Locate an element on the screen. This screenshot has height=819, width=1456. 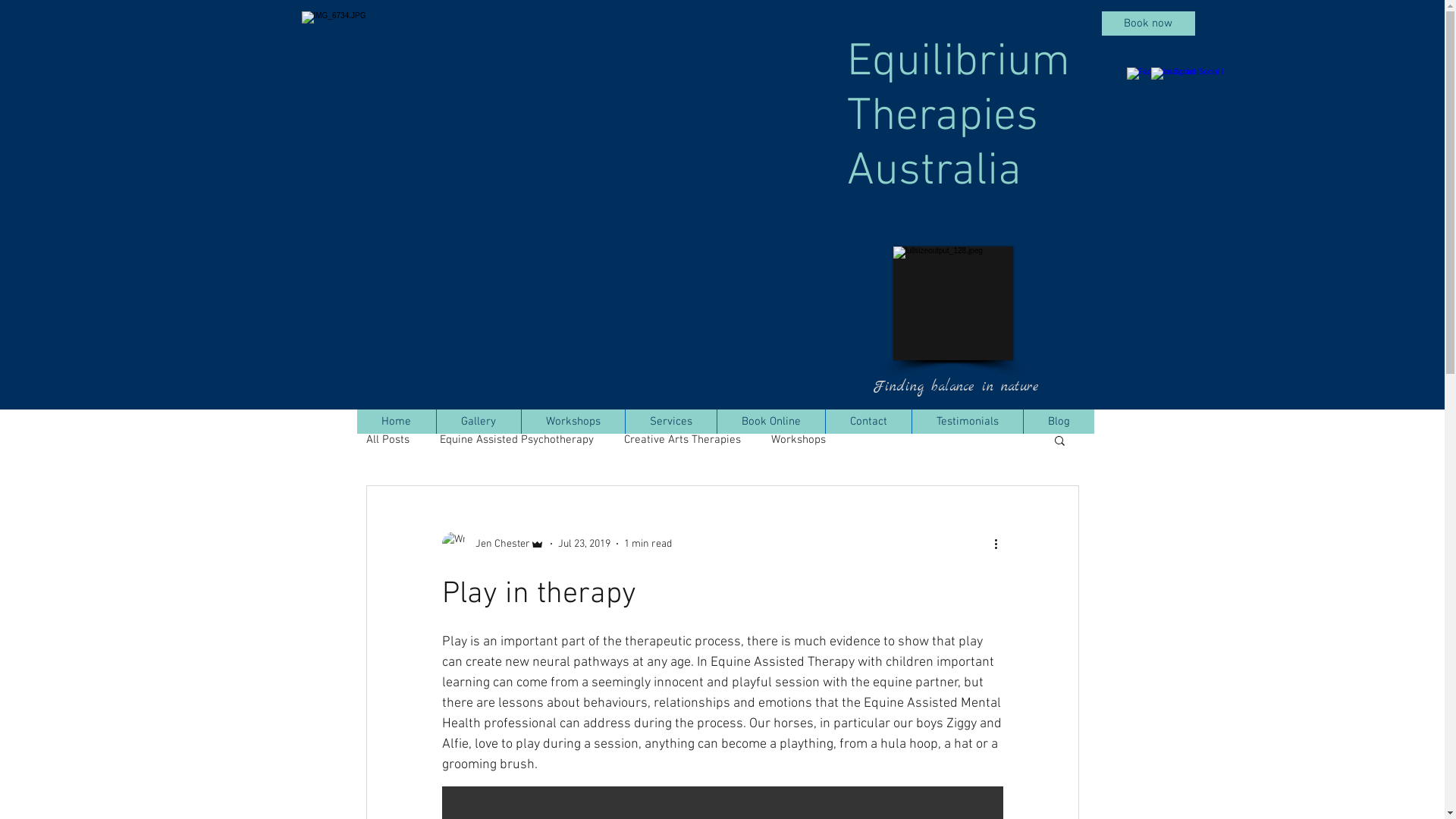
'Contact' is located at coordinates (868, 421).